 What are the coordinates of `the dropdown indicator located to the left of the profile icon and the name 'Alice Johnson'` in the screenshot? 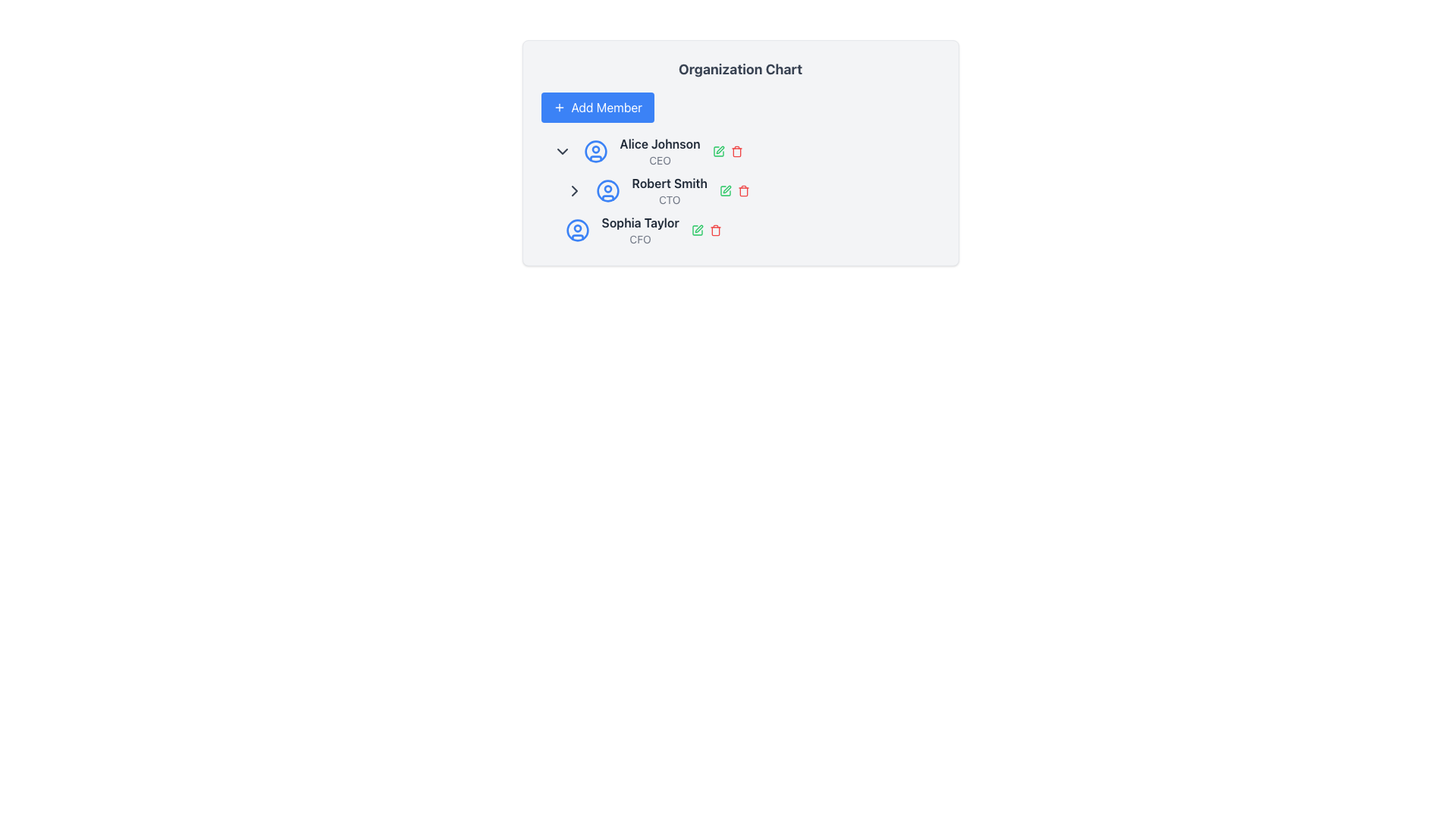 It's located at (561, 152).